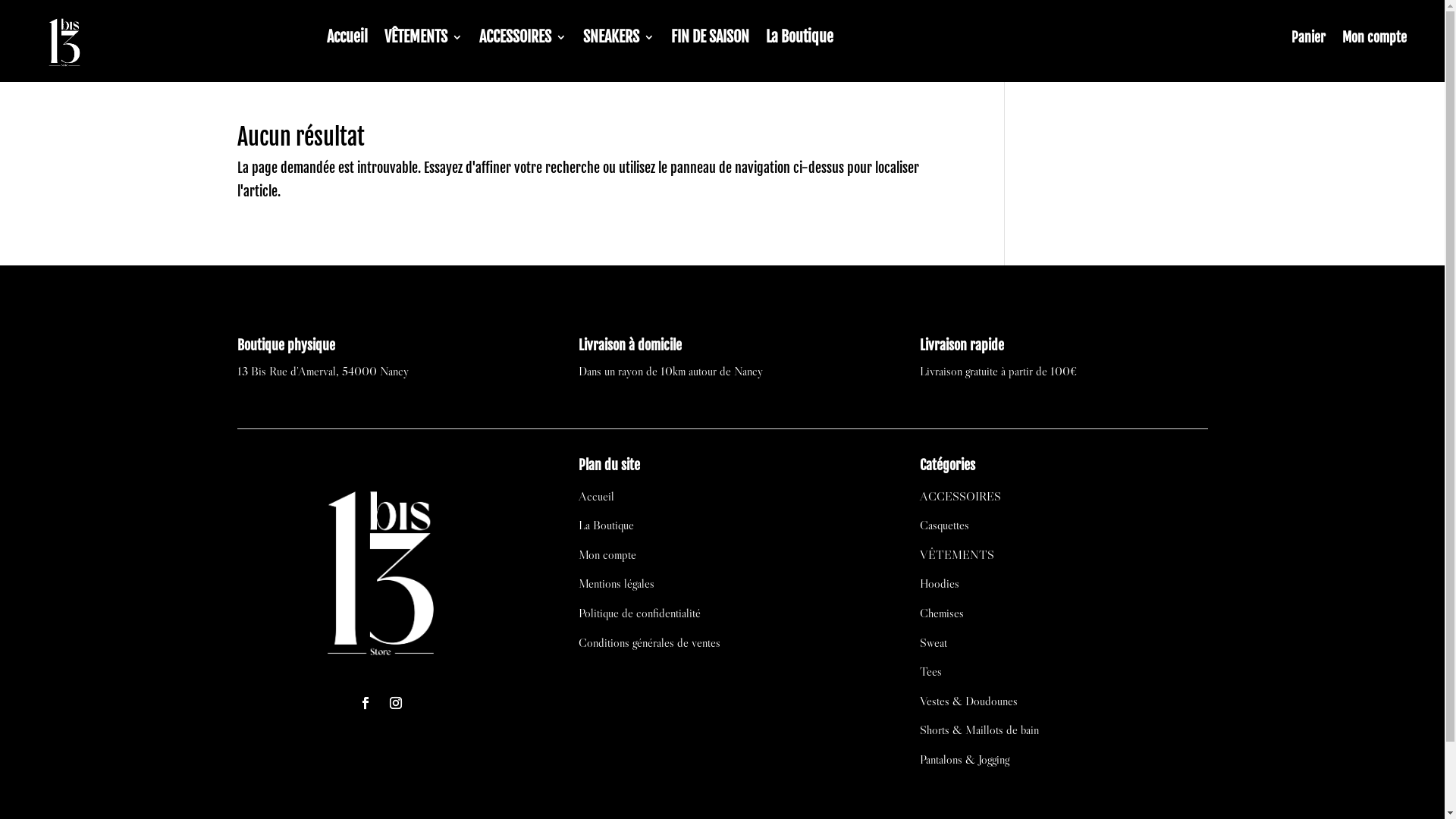 The image size is (1456, 819). What do you see at coordinates (919, 759) in the screenshot?
I see `'Pantalons & Jogging'` at bounding box center [919, 759].